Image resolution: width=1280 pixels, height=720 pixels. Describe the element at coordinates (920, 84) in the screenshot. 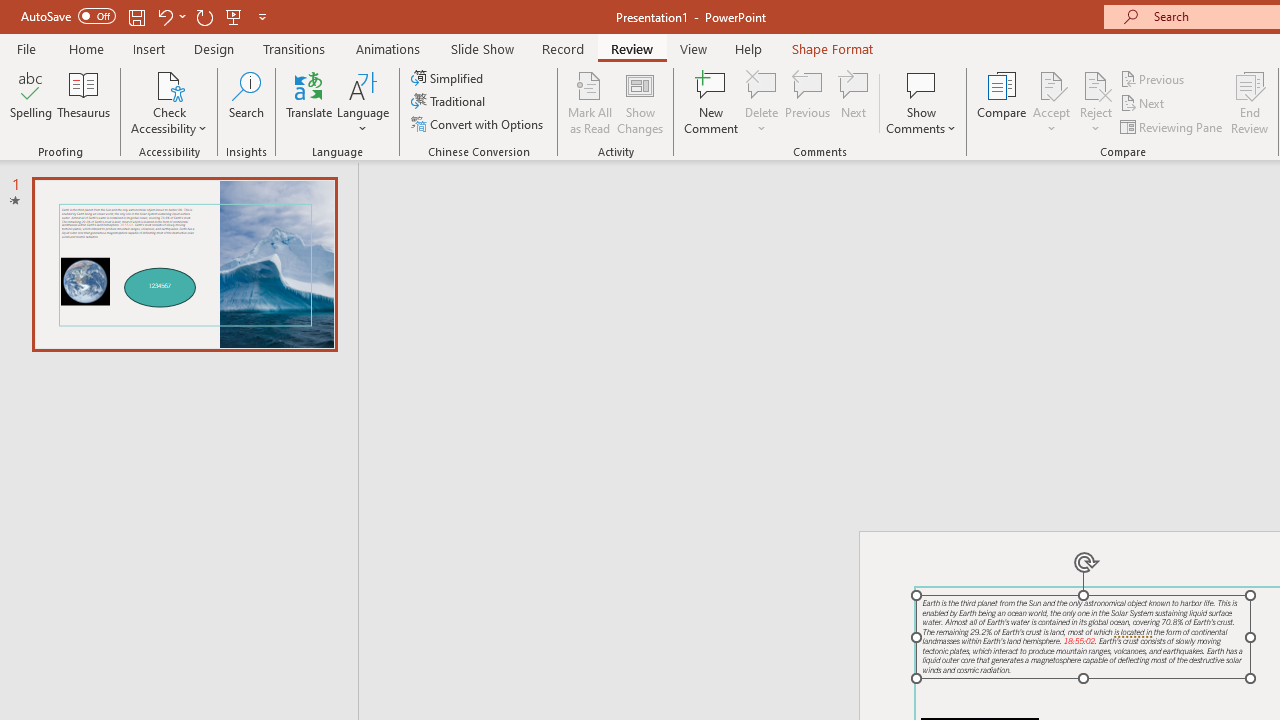

I see `'Show Comments'` at that location.